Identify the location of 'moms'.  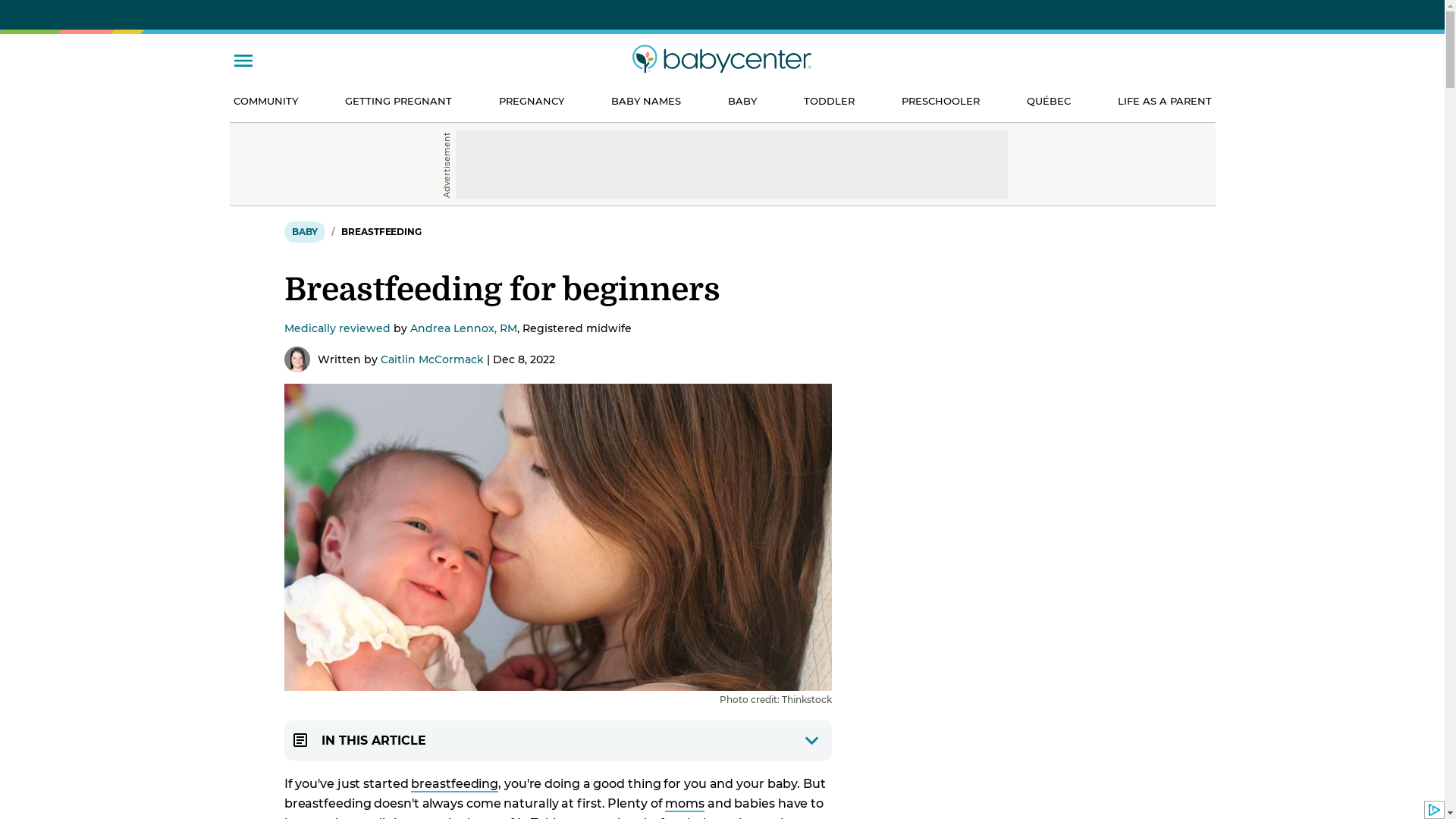
(683, 803).